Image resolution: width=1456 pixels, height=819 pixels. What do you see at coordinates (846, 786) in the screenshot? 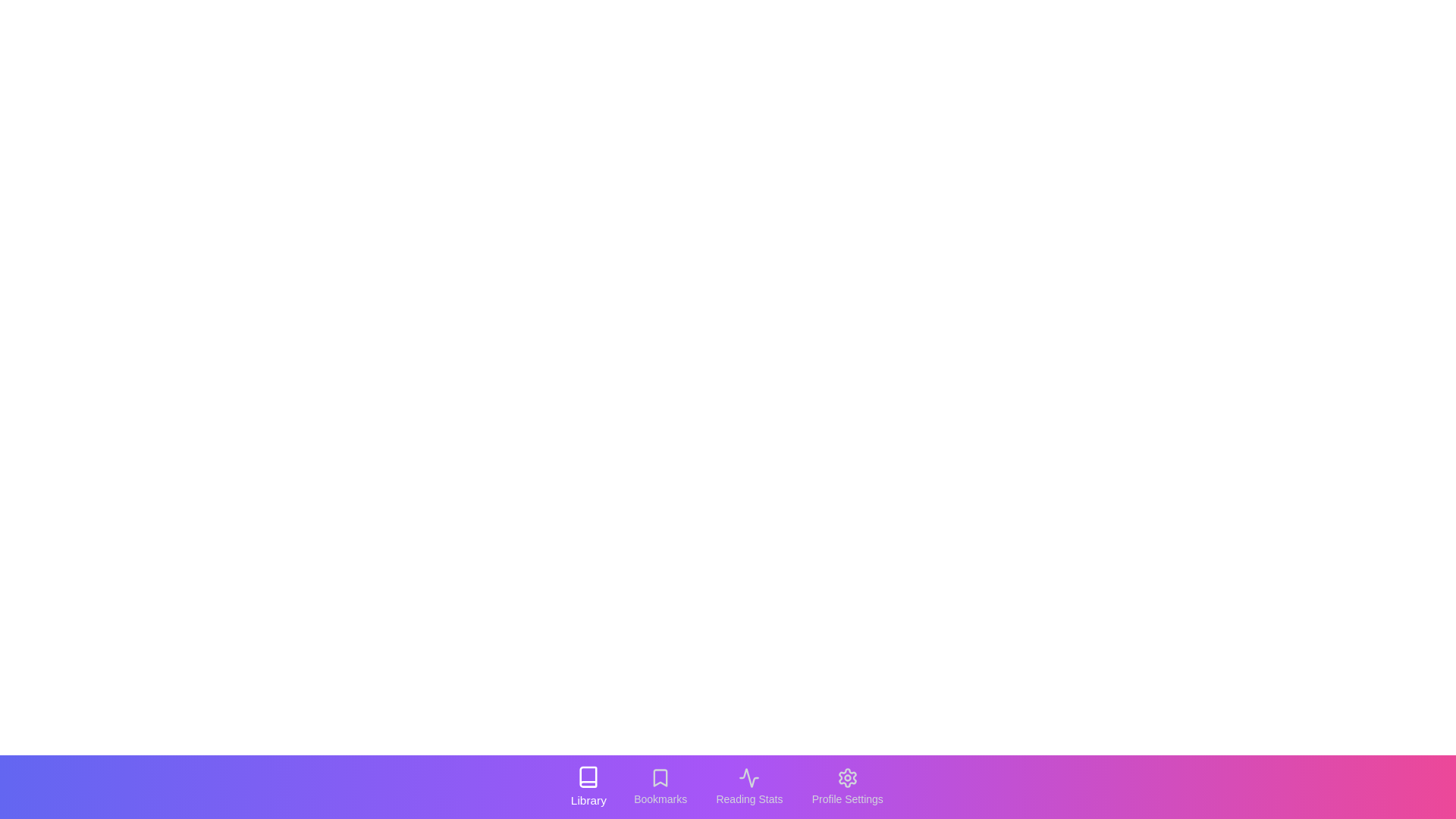
I see `the Profile Settings tab in the bottom navigation bar` at bounding box center [846, 786].